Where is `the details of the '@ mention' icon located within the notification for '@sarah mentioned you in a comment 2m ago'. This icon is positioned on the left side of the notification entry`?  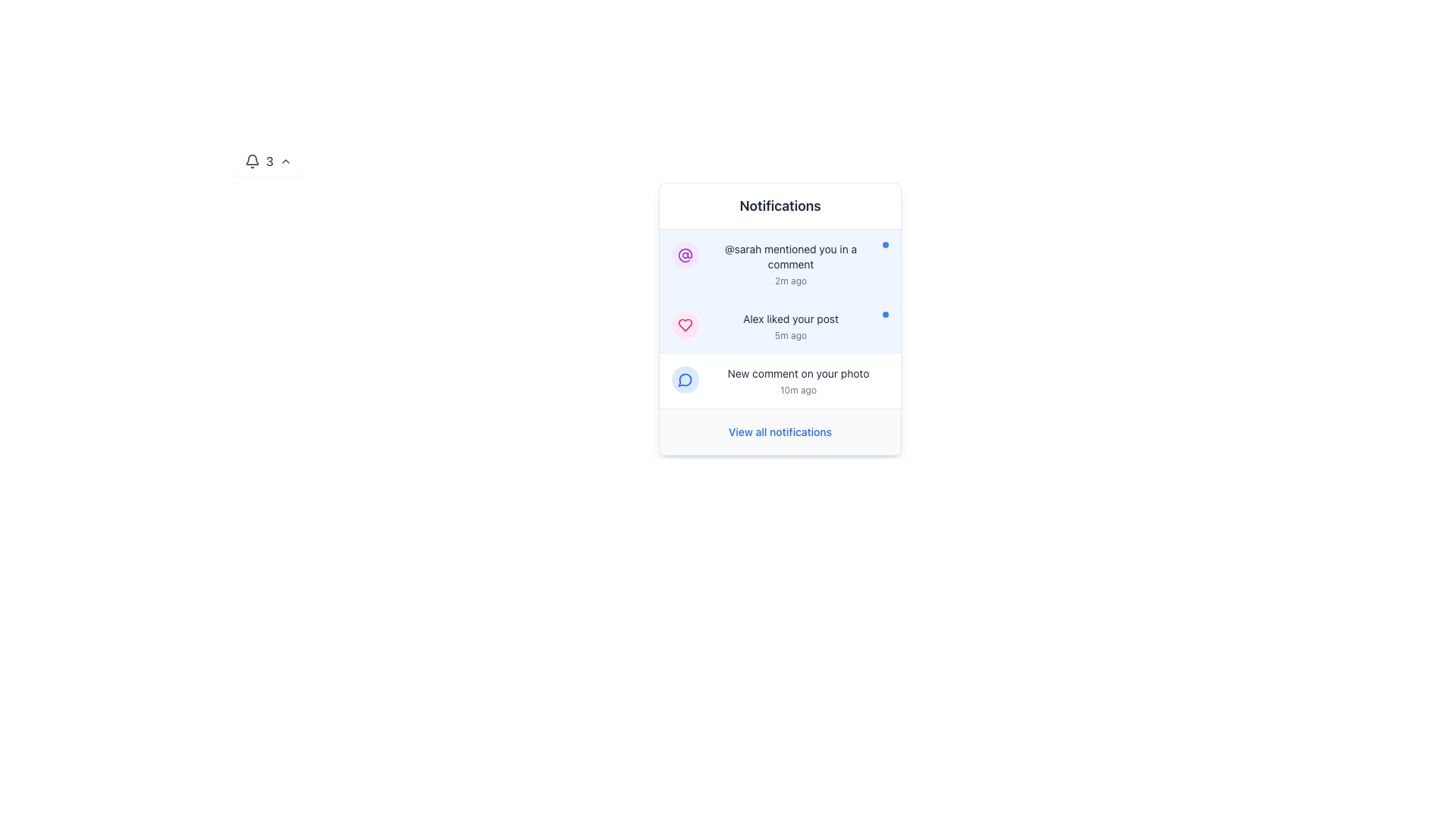 the details of the '@ mention' icon located within the notification for '@sarah mentioned you in a comment 2m ago'. This icon is positioned on the left side of the notification entry is located at coordinates (684, 254).